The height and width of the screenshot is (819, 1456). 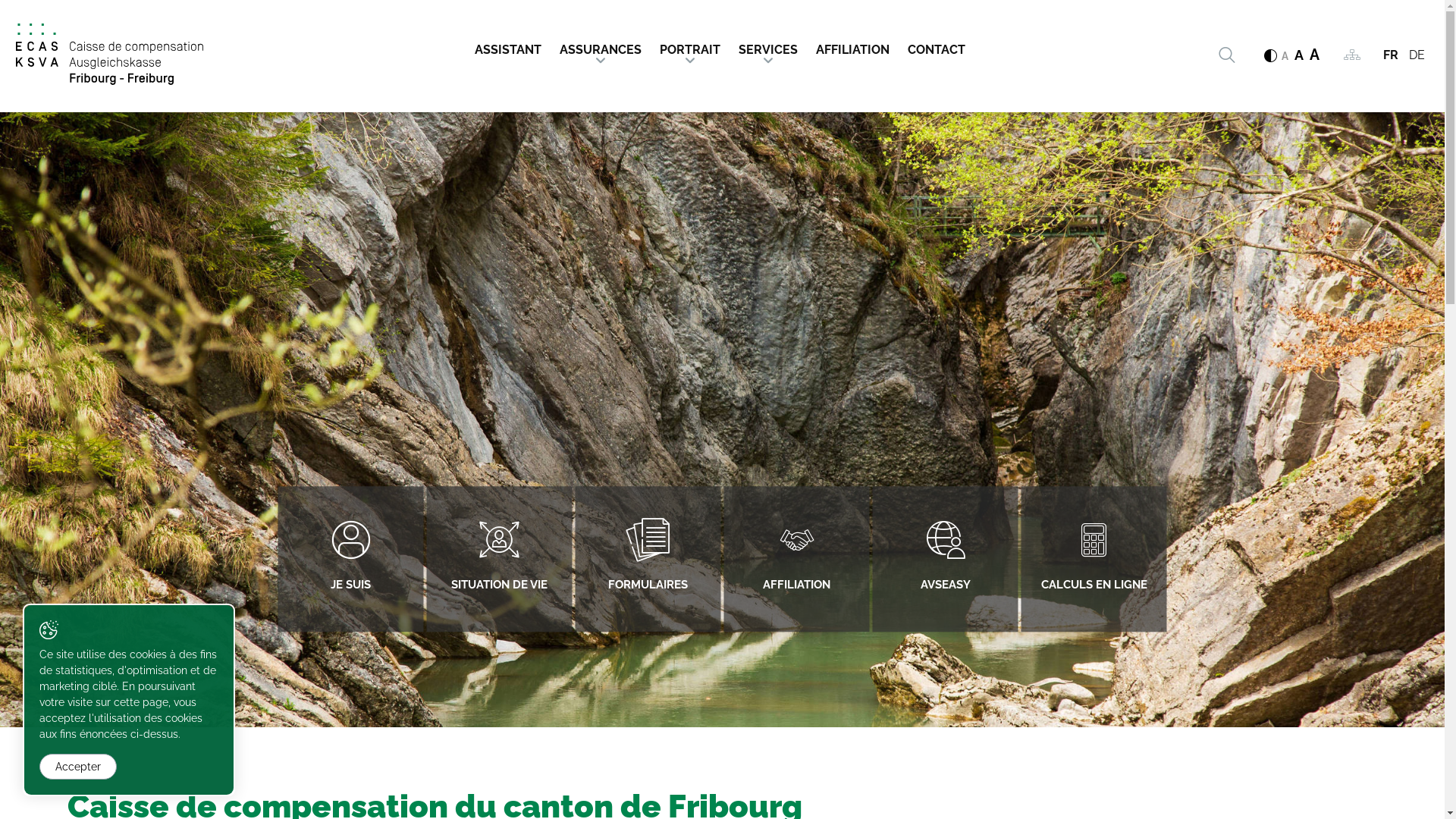 What do you see at coordinates (1416, 54) in the screenshot?
I see `'DE'` at bounding box center [1416, 54].